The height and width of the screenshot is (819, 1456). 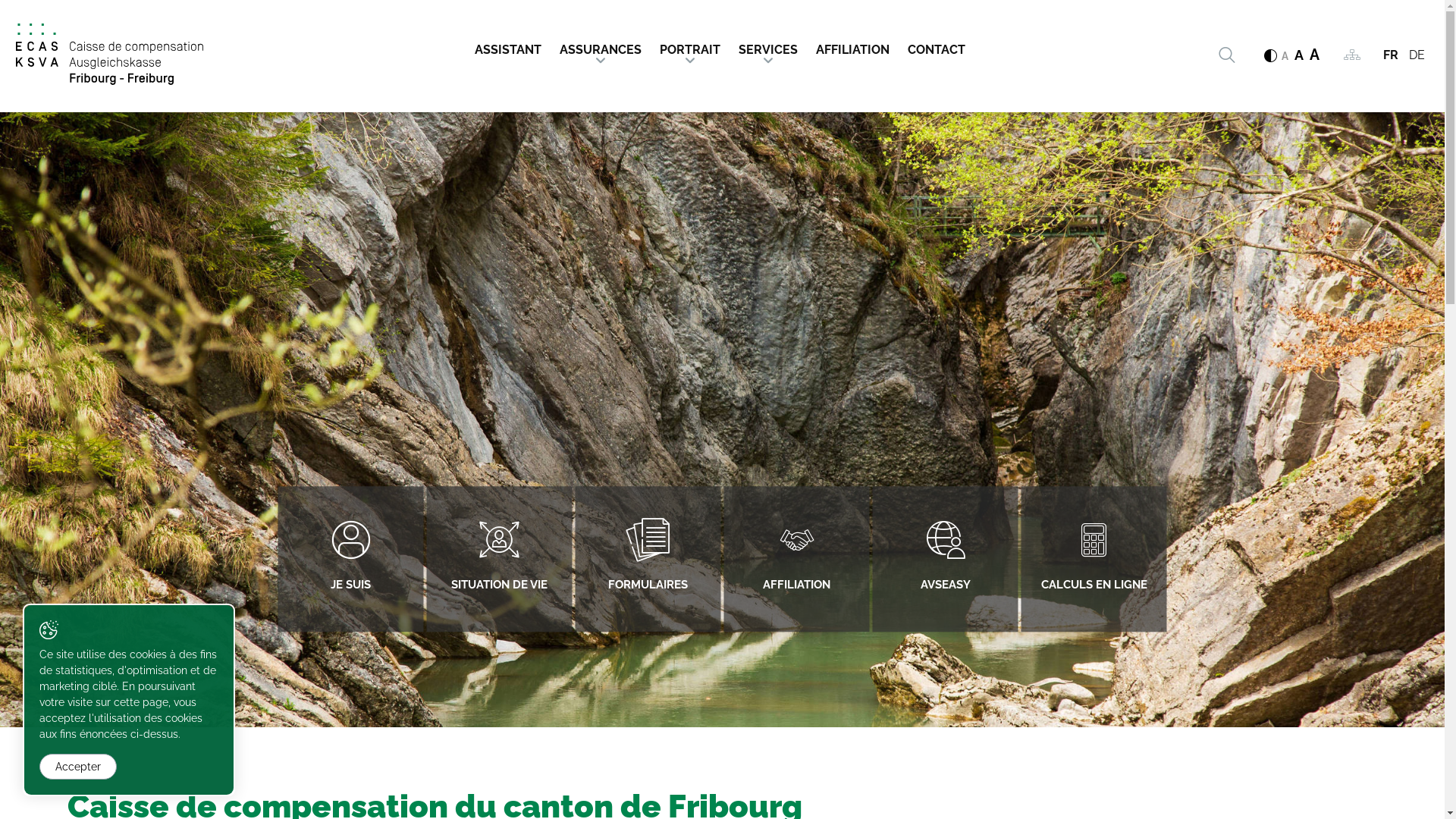 What do you see at coordinates (1416, 54) in the screenshot?
I see `'DE'` at bounding box center [1416, 54].